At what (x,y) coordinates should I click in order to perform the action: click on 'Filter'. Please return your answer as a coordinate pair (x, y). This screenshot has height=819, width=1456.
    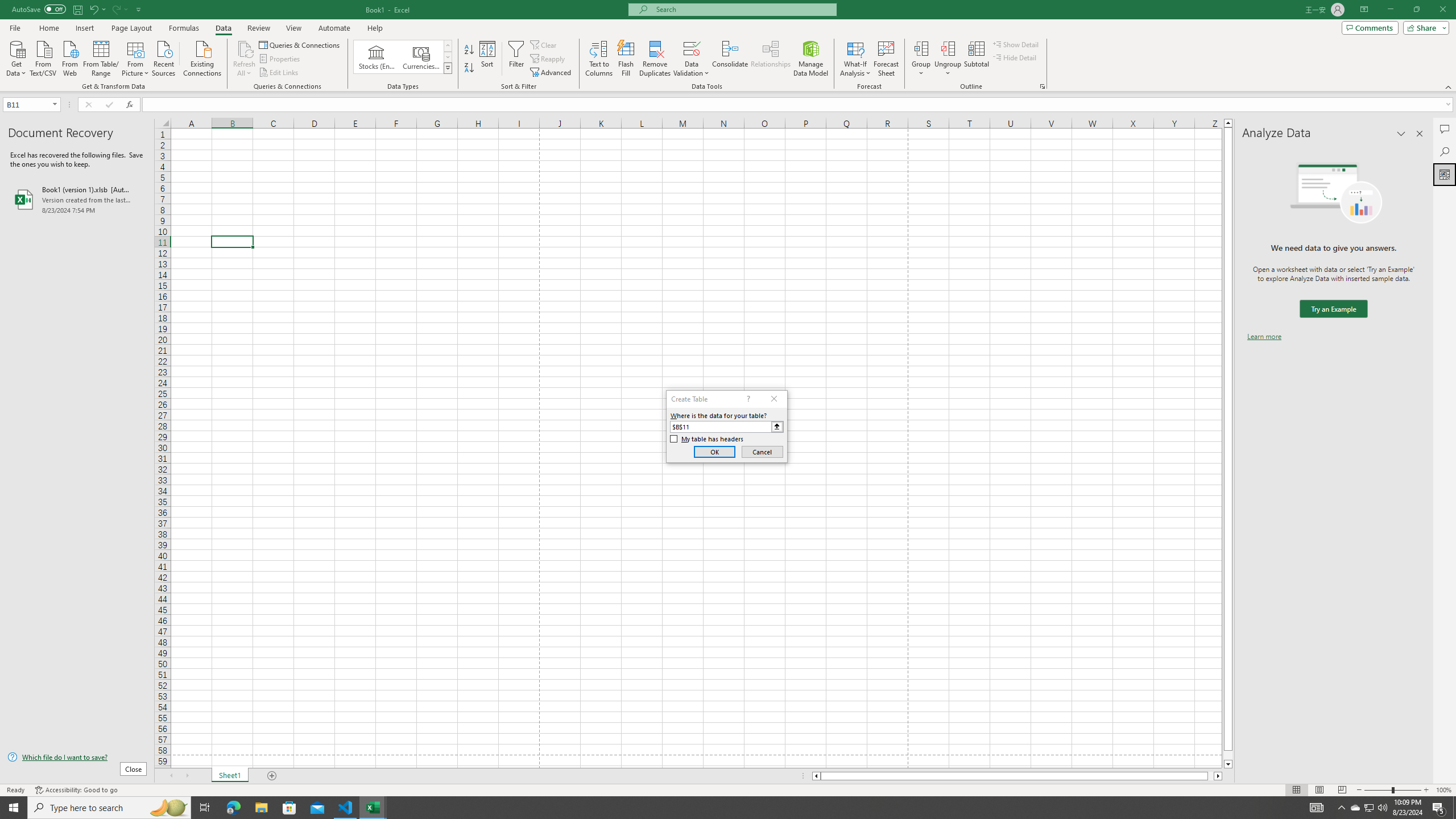
    Looking at the image, I should click on (515, 59).